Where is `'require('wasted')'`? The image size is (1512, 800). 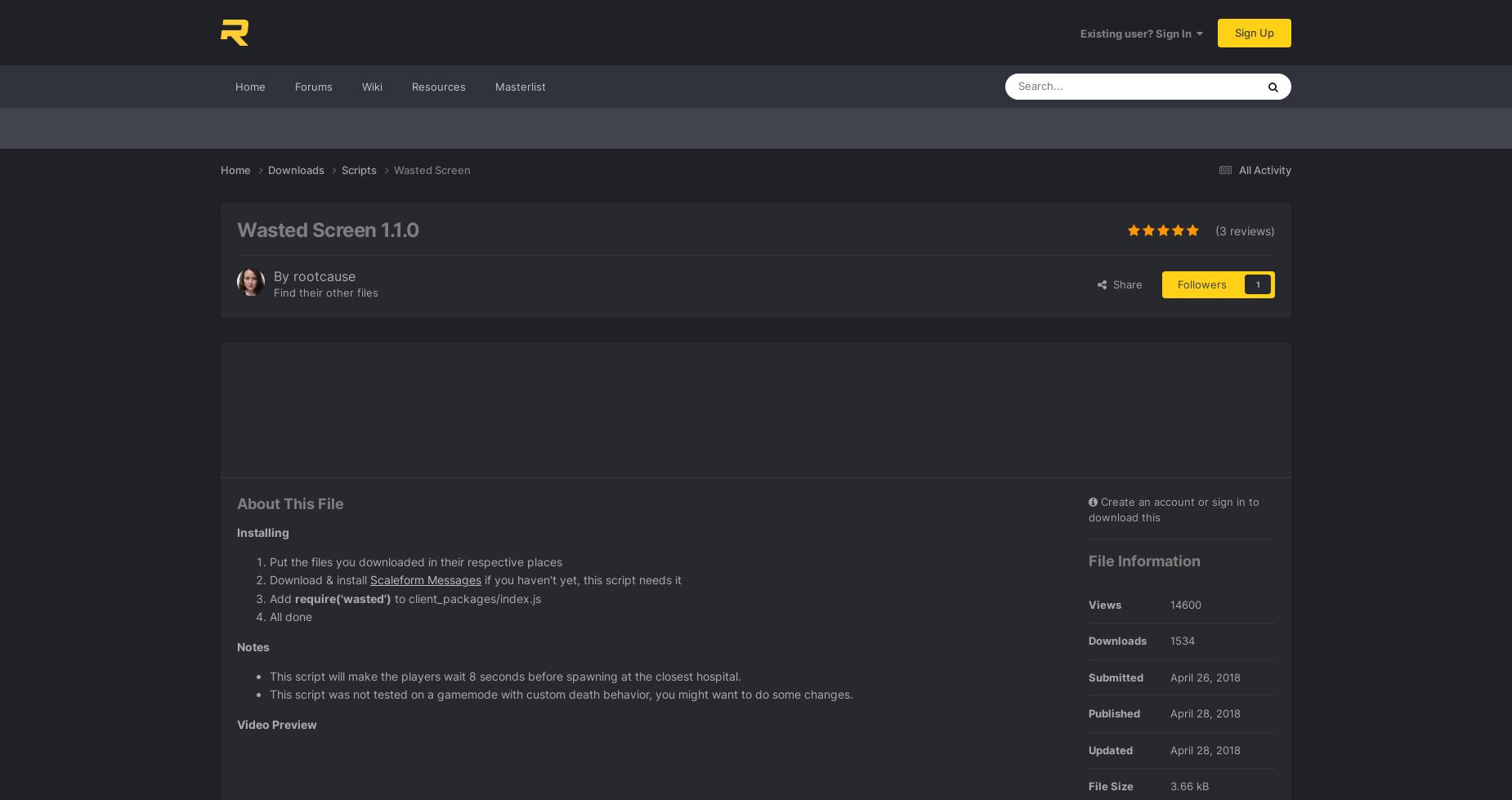
'require('wasted')' is located at coordinates (342, 597).